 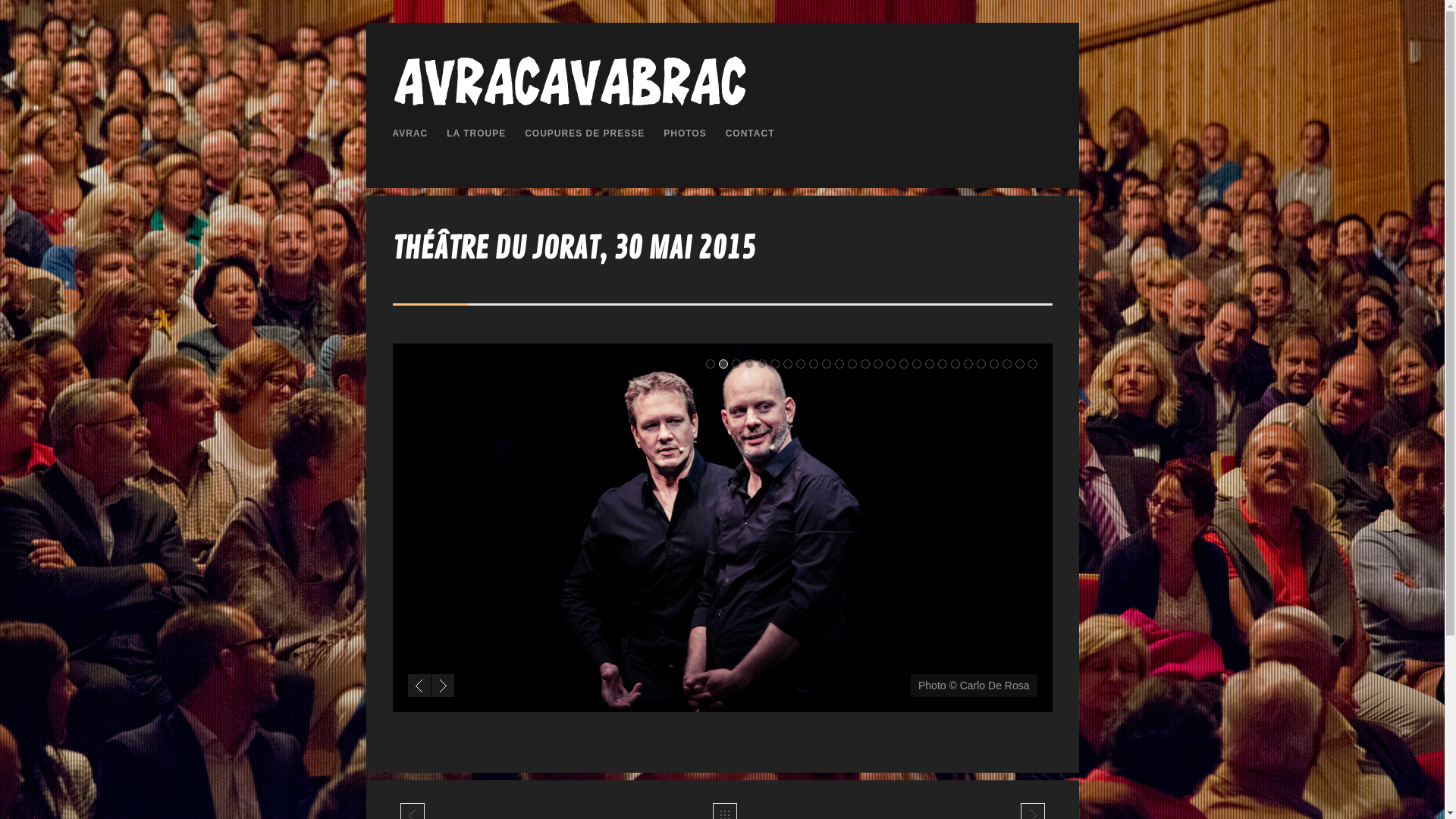 What do you see at coordinates (584, 133) in the screenshot?
I see `'COUPURES DE PRESSE'` at bounding box center [584, 133].